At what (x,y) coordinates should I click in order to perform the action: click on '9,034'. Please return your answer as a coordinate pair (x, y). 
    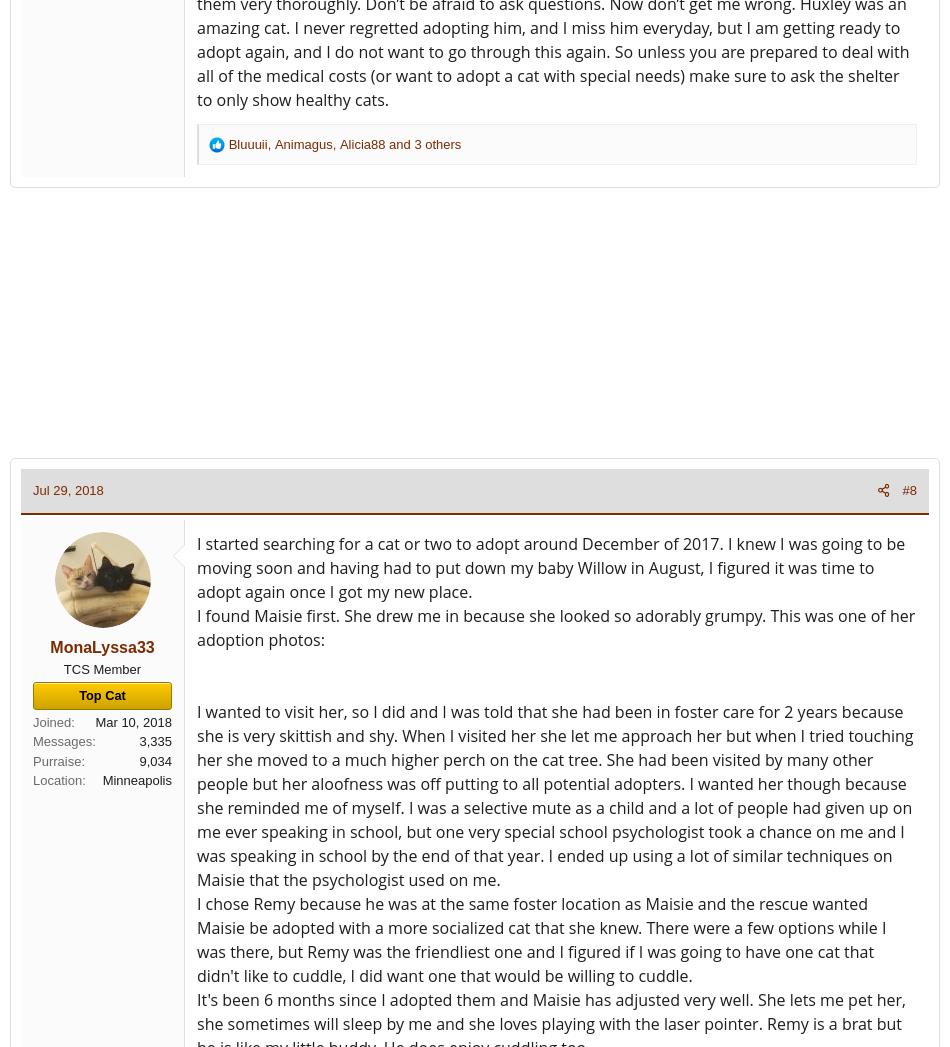
    Looking at the image, I should click on (138, 760).